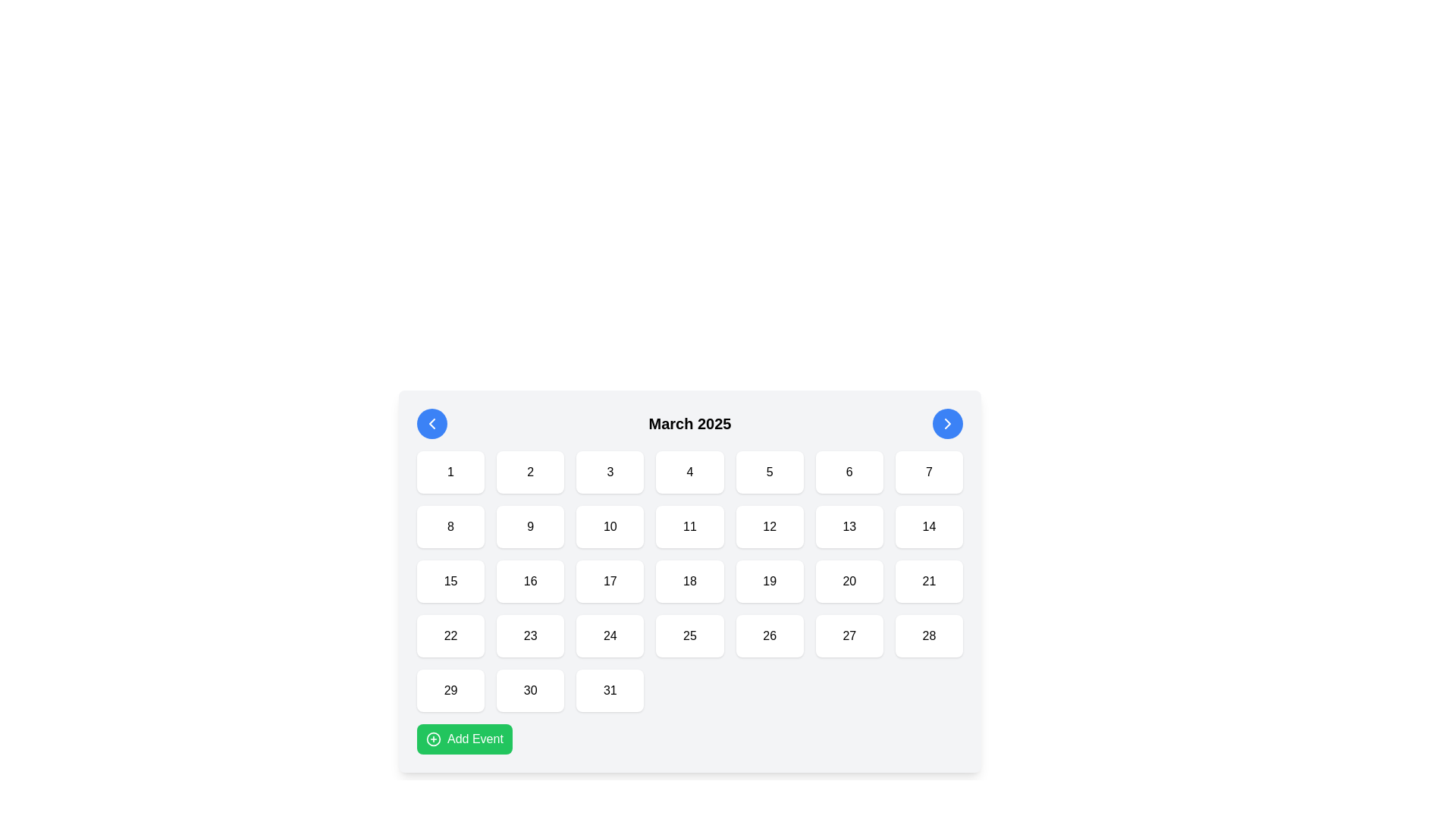 This screenshot has width=1456, height=819. What do you see at coordinates (849, 526) in the screenshot?
I see `the calendar button representing the 13th day of the month` at bounding box center [849, 526].